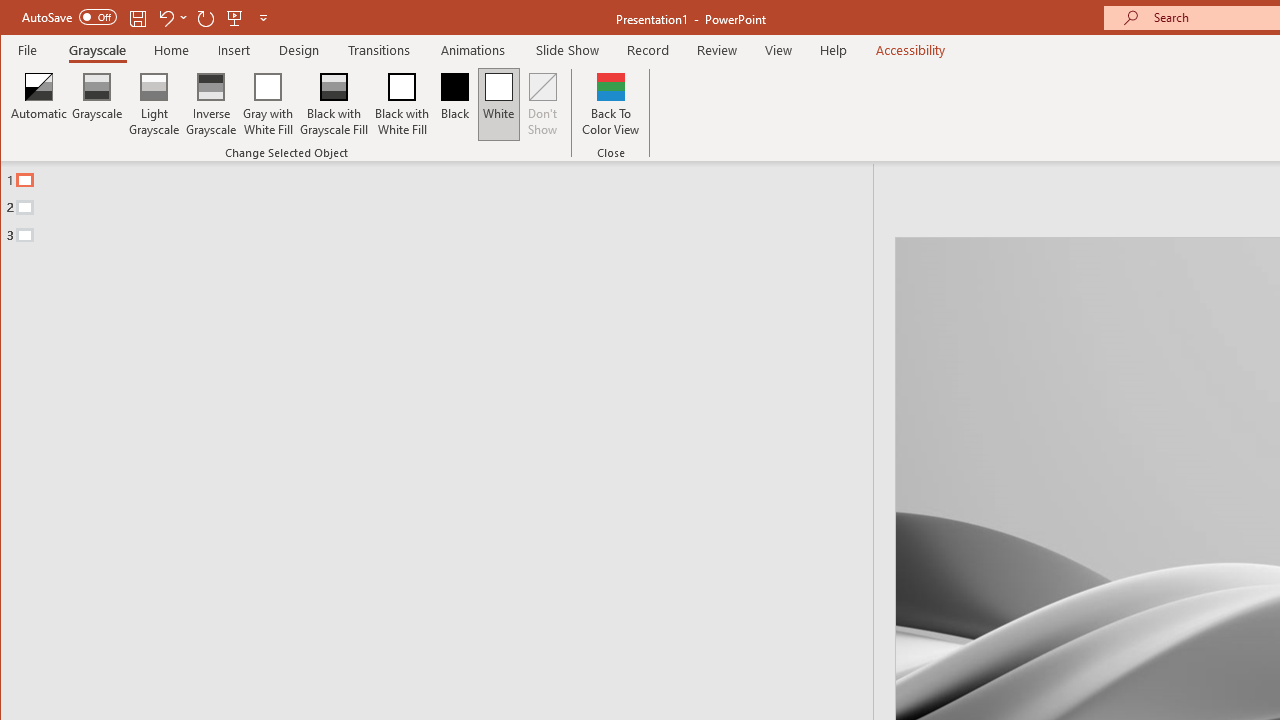 This screenshot has width=1280, height=720. What do you see at coordinates (96, 104) in the screenshot?
I see `'Grayscale'` at bounding box center [96, 104].